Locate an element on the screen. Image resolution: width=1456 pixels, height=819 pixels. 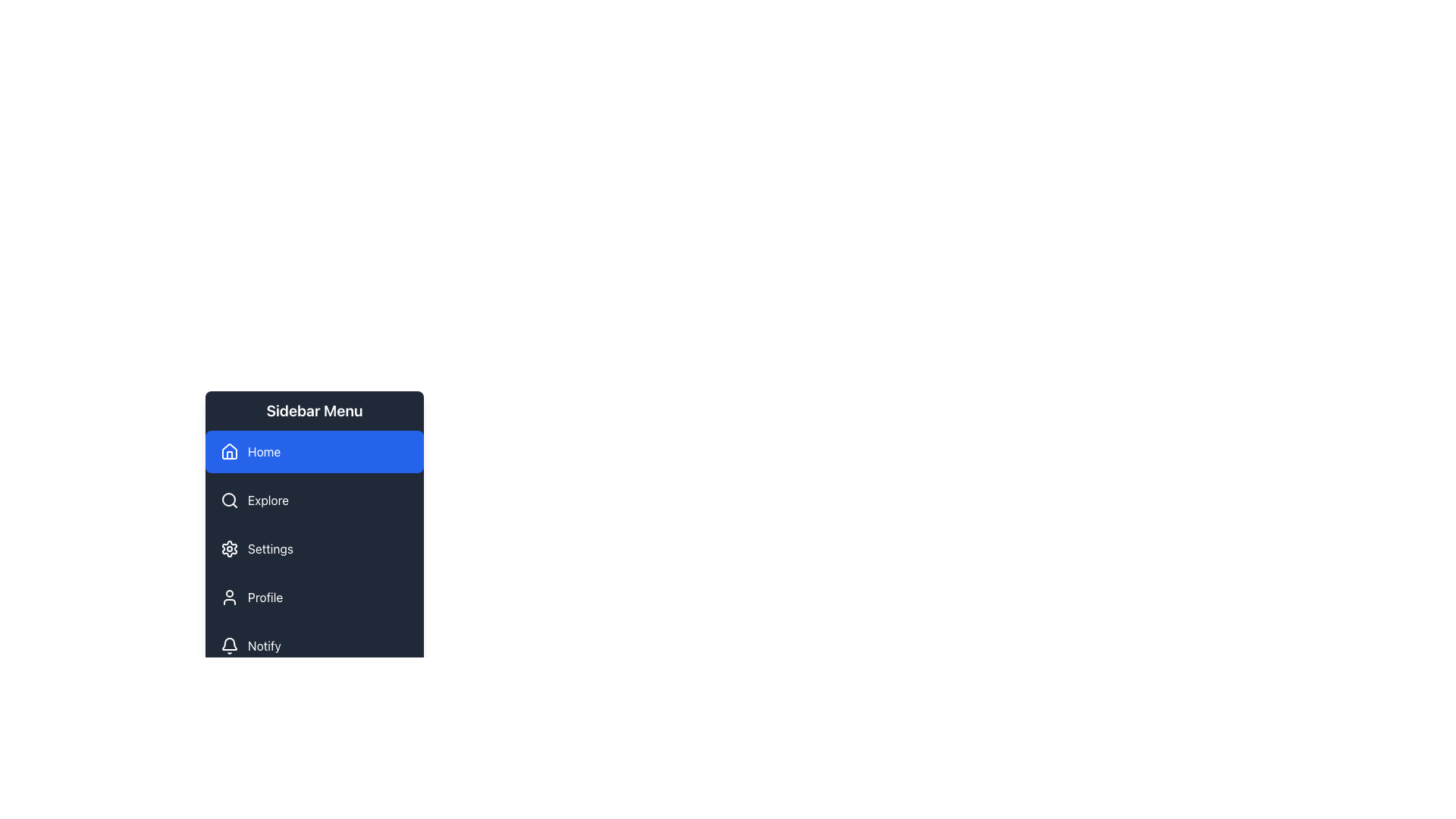
the circular part of the magnifying glass in the search icon located in the sidebar menu is located at coordinates (228, 500).